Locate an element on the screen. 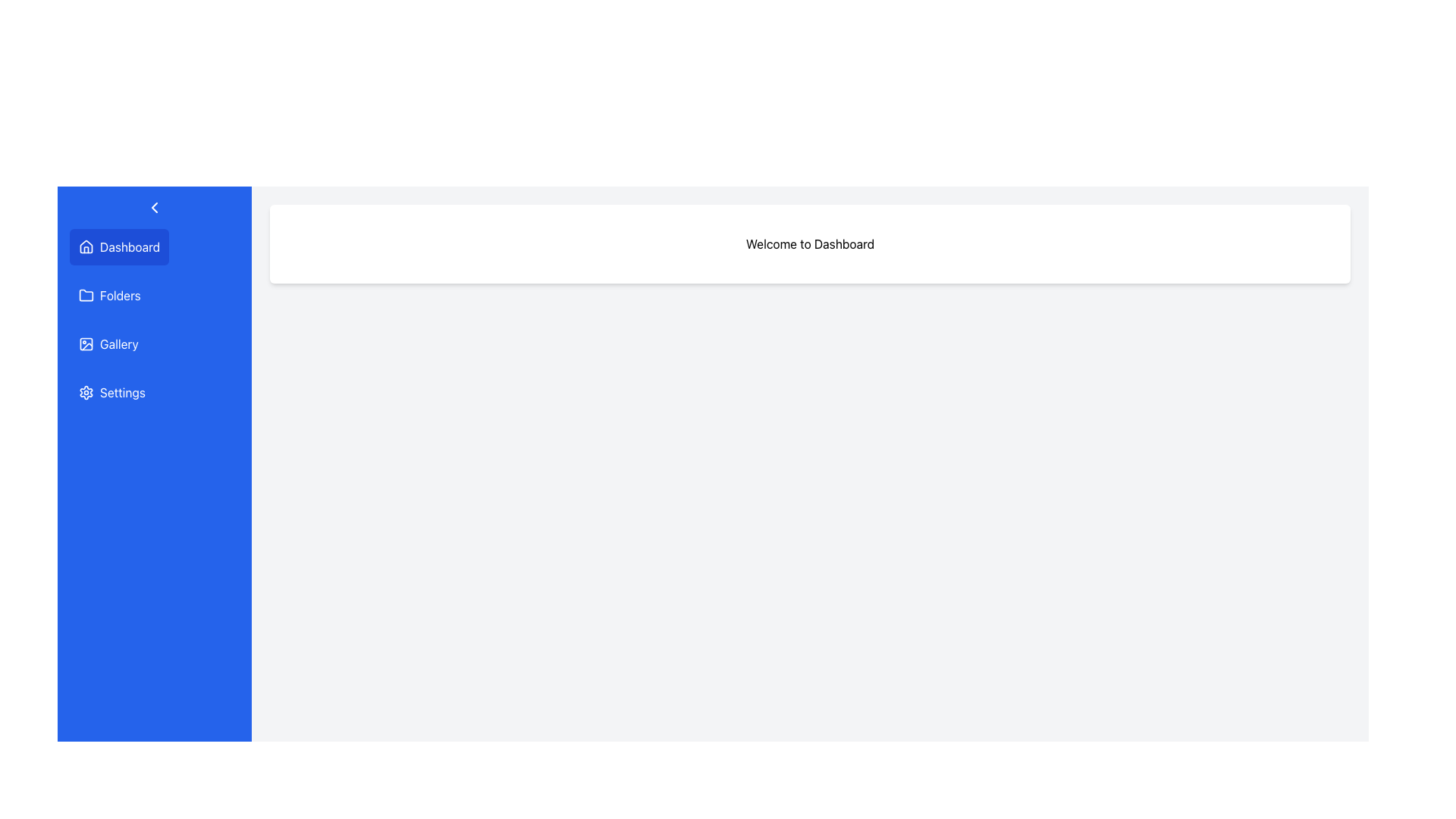  the cogwheel icon in the vertical menu on the left side, which serves as a visual indicator for the settings option is located at coordinates (86, 391).